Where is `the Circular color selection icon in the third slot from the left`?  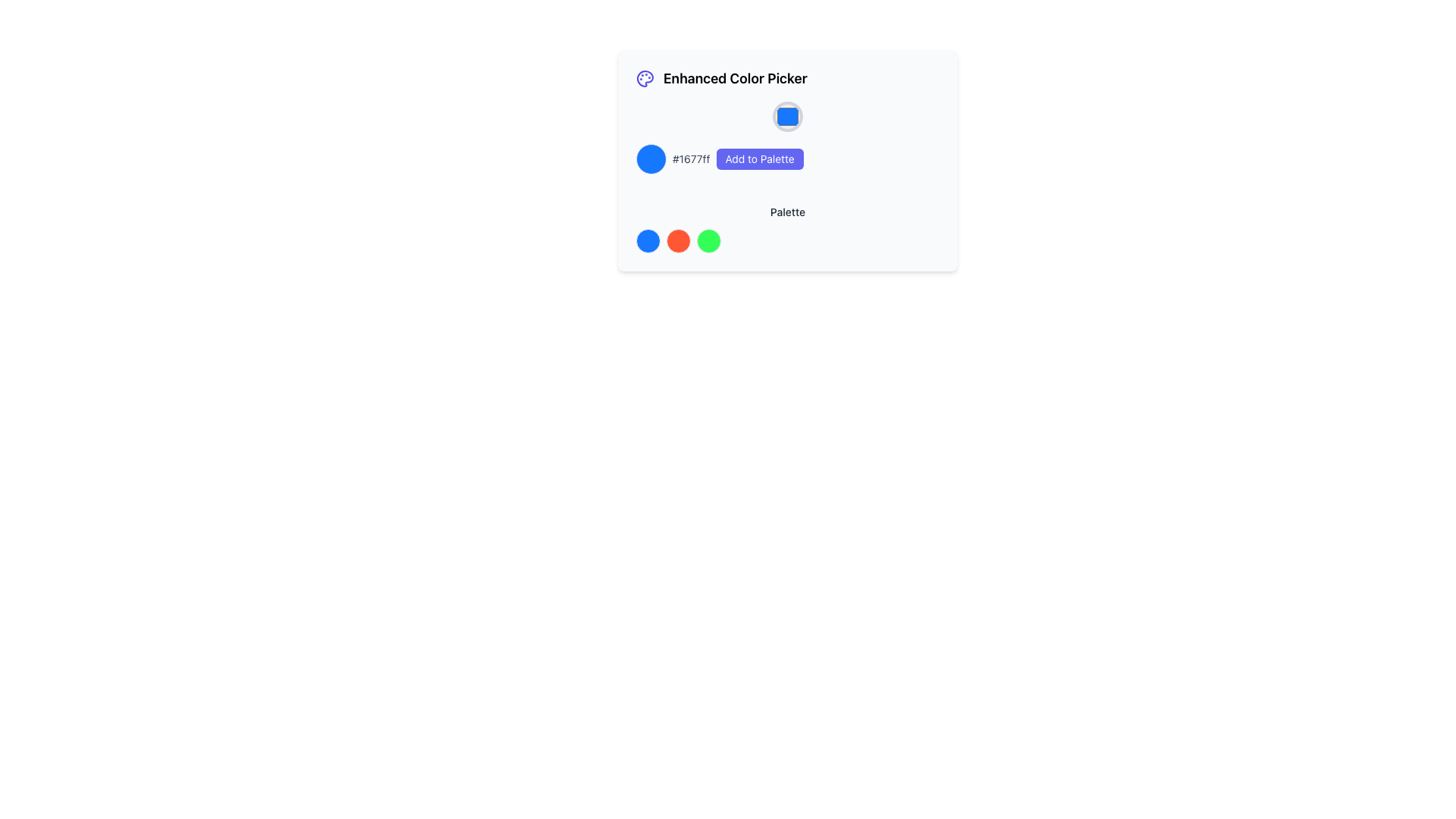
the Circular color selection icon in the third slot from the left is located at coordinates (708, 240).